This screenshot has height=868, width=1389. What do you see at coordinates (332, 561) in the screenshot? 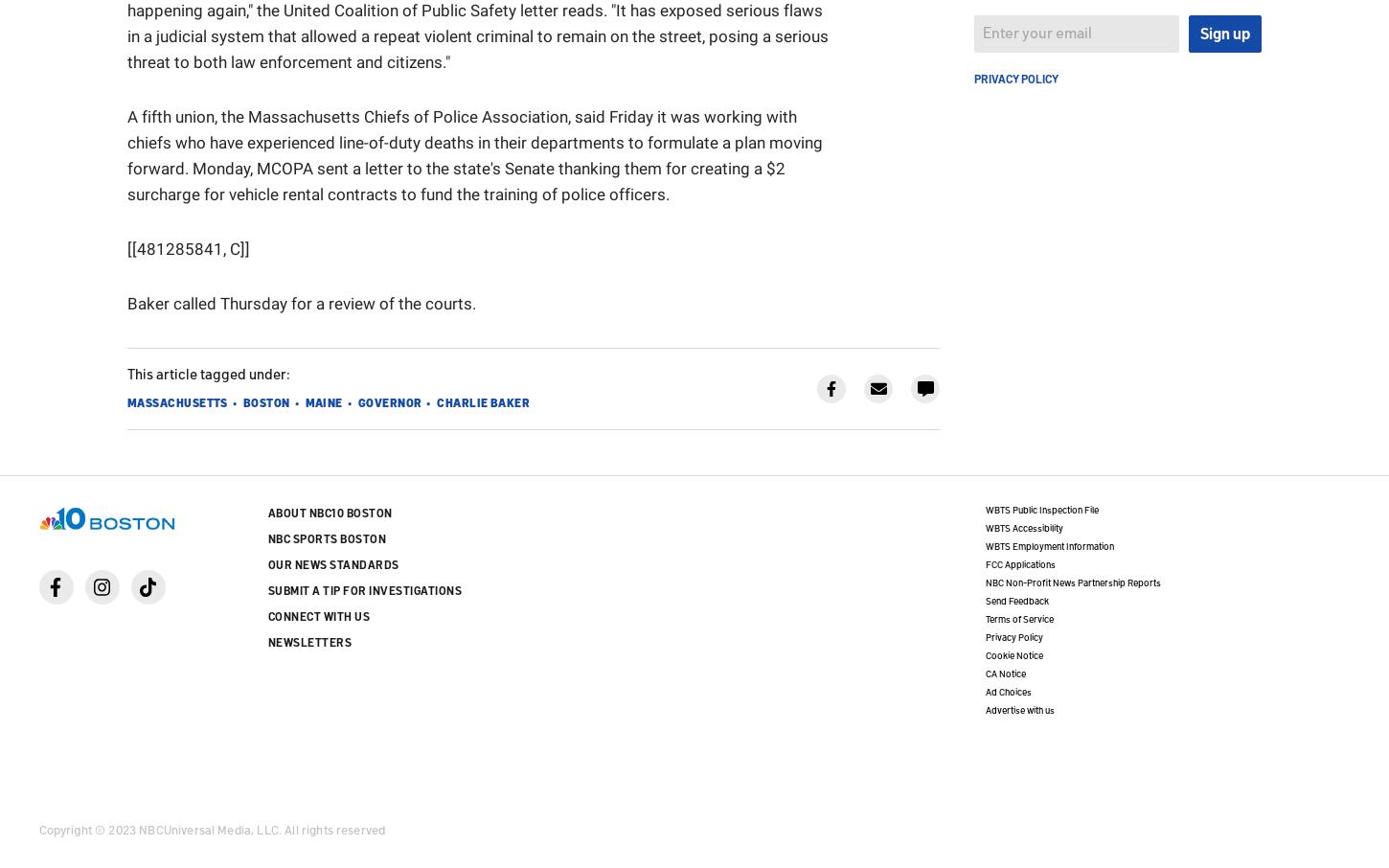
I see `'Our News Standards'` at bounding box center [332, 561].